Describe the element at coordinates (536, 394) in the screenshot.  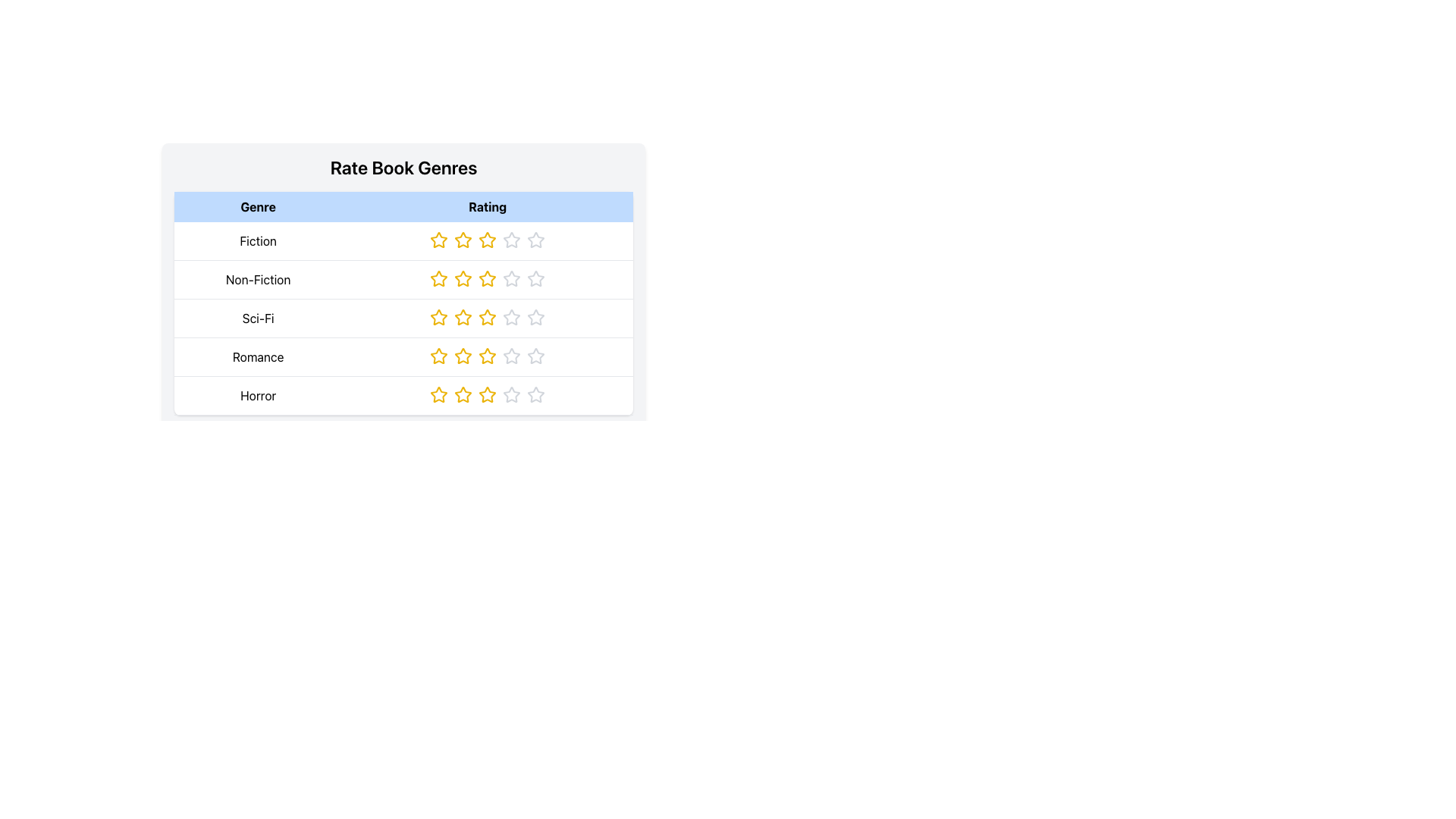
I see `the fifth rating star in the 'Horror' row of the 'Rate Book Genres' table` at that location.